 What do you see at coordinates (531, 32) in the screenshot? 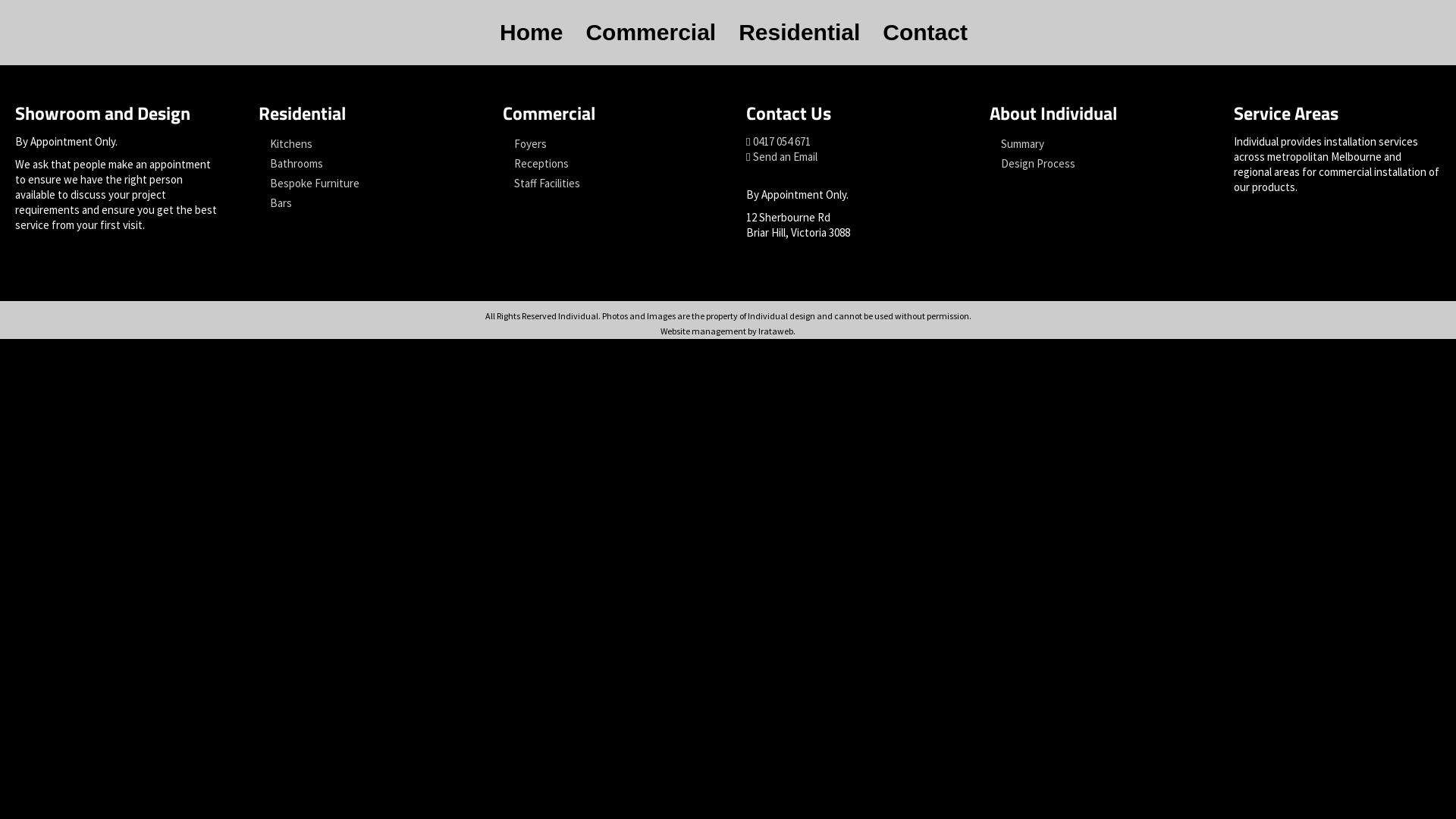
I see `'Home'` at bounding box center [531, 32].